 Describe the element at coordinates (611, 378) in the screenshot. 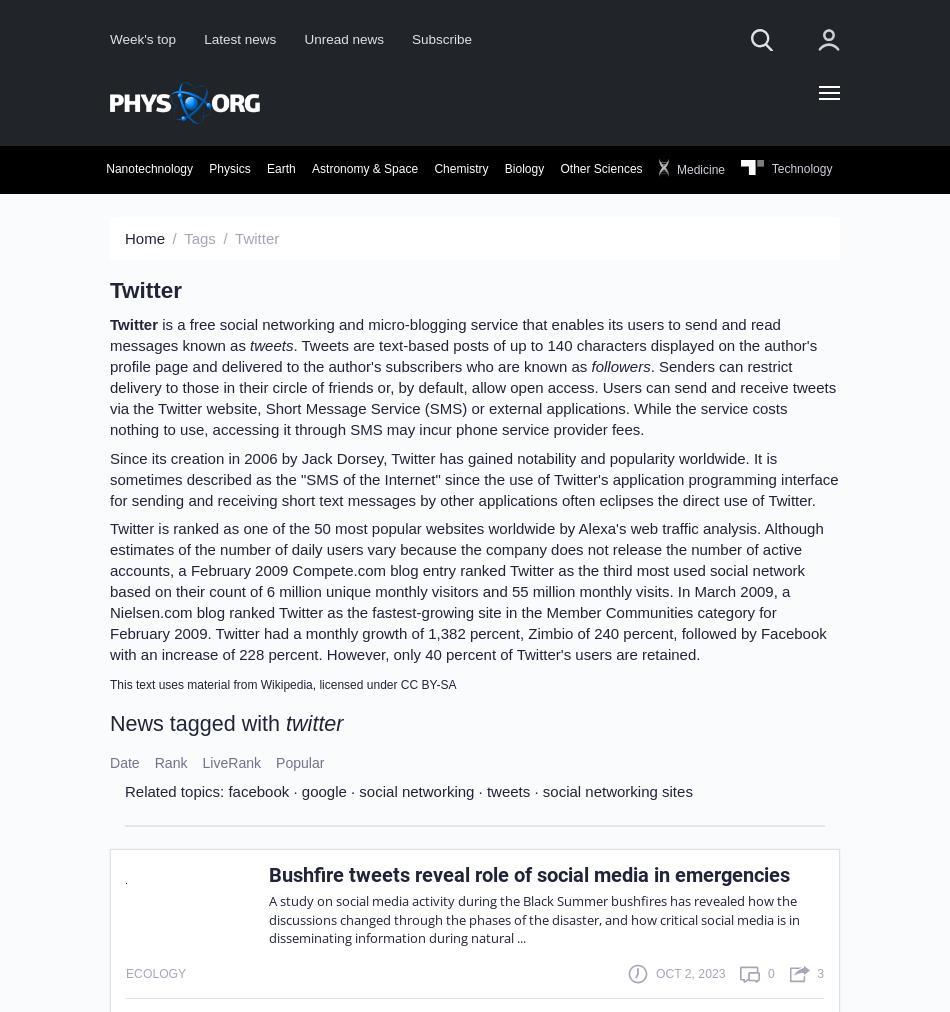

I see `'Forget Password?'` at that location.